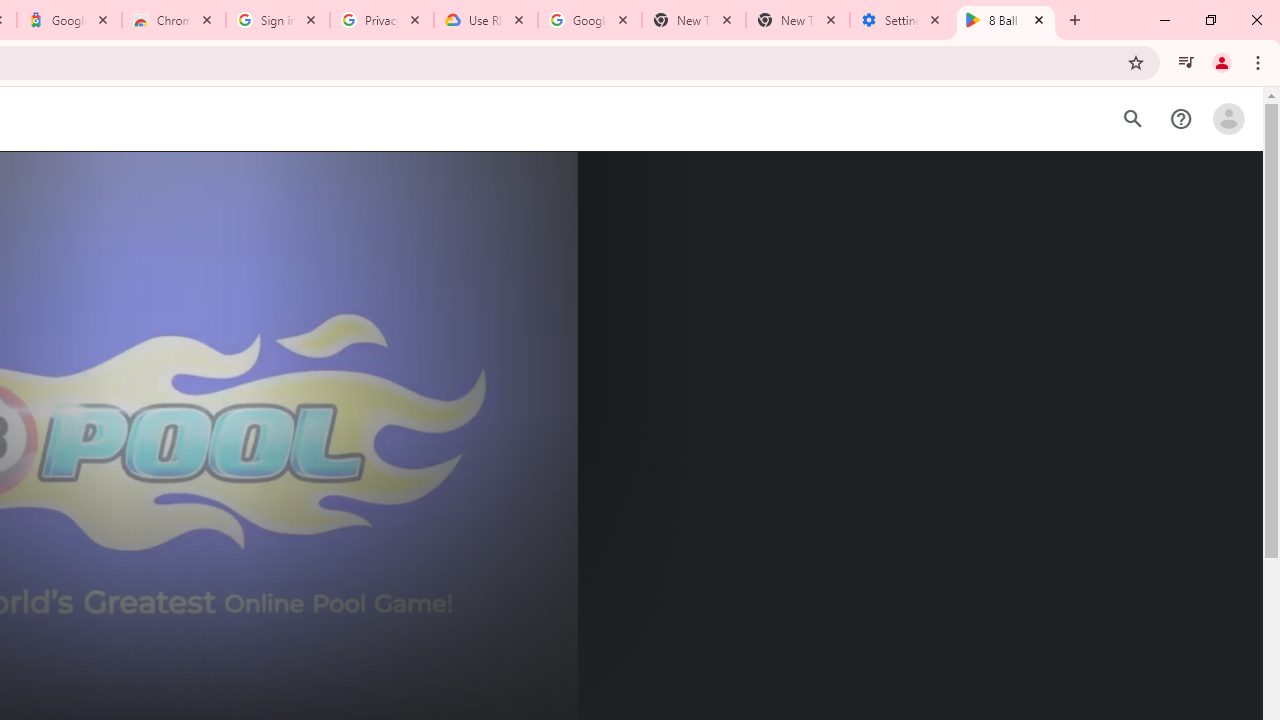 Image resolution: width=1280 pixels, height=720 pixels. I want to click on '8 Ball Pool - Apps on Google Play', so click(1006, 20).